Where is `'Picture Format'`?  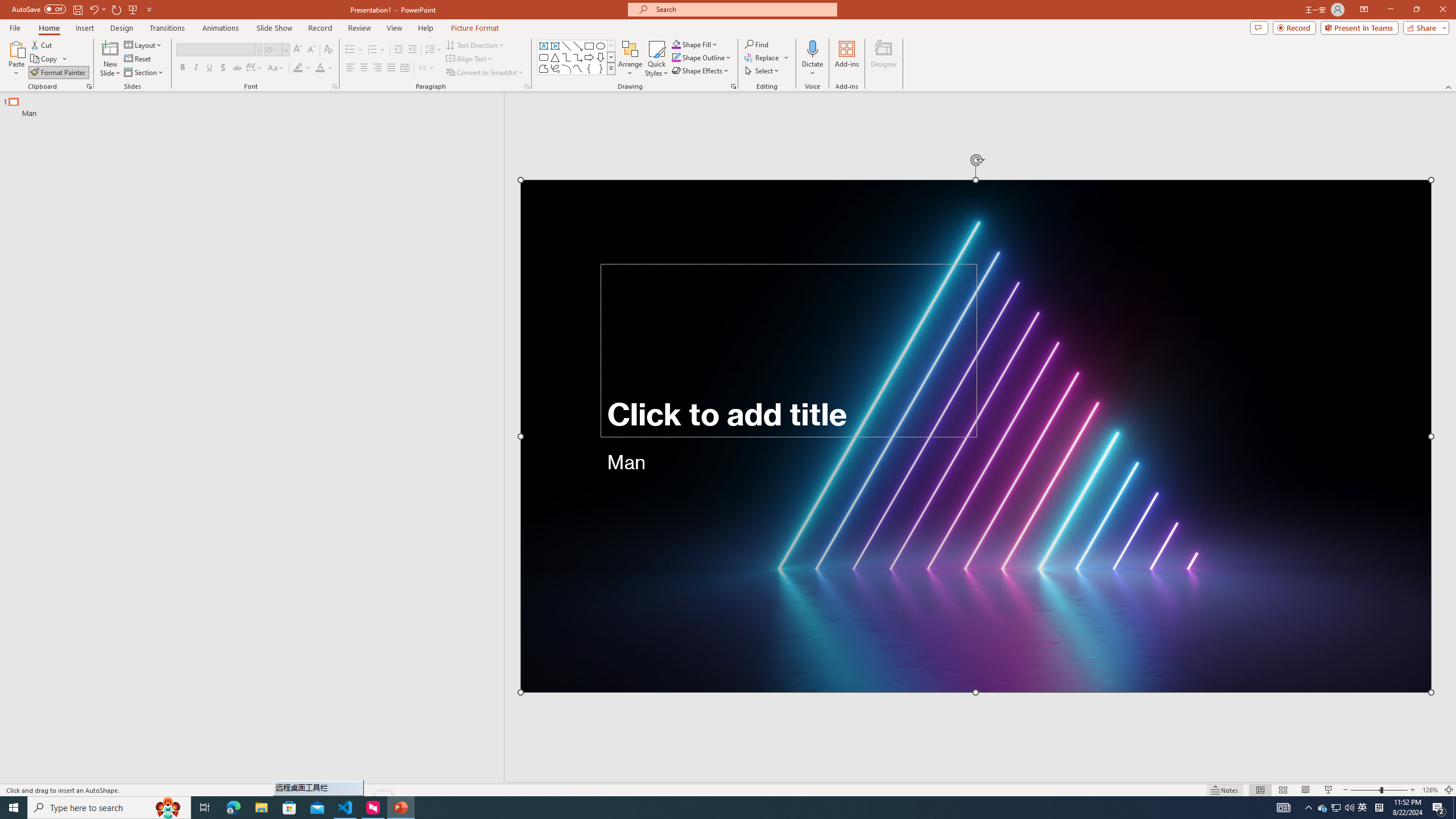 'Picture Format' is located at coordinates (475, 28).